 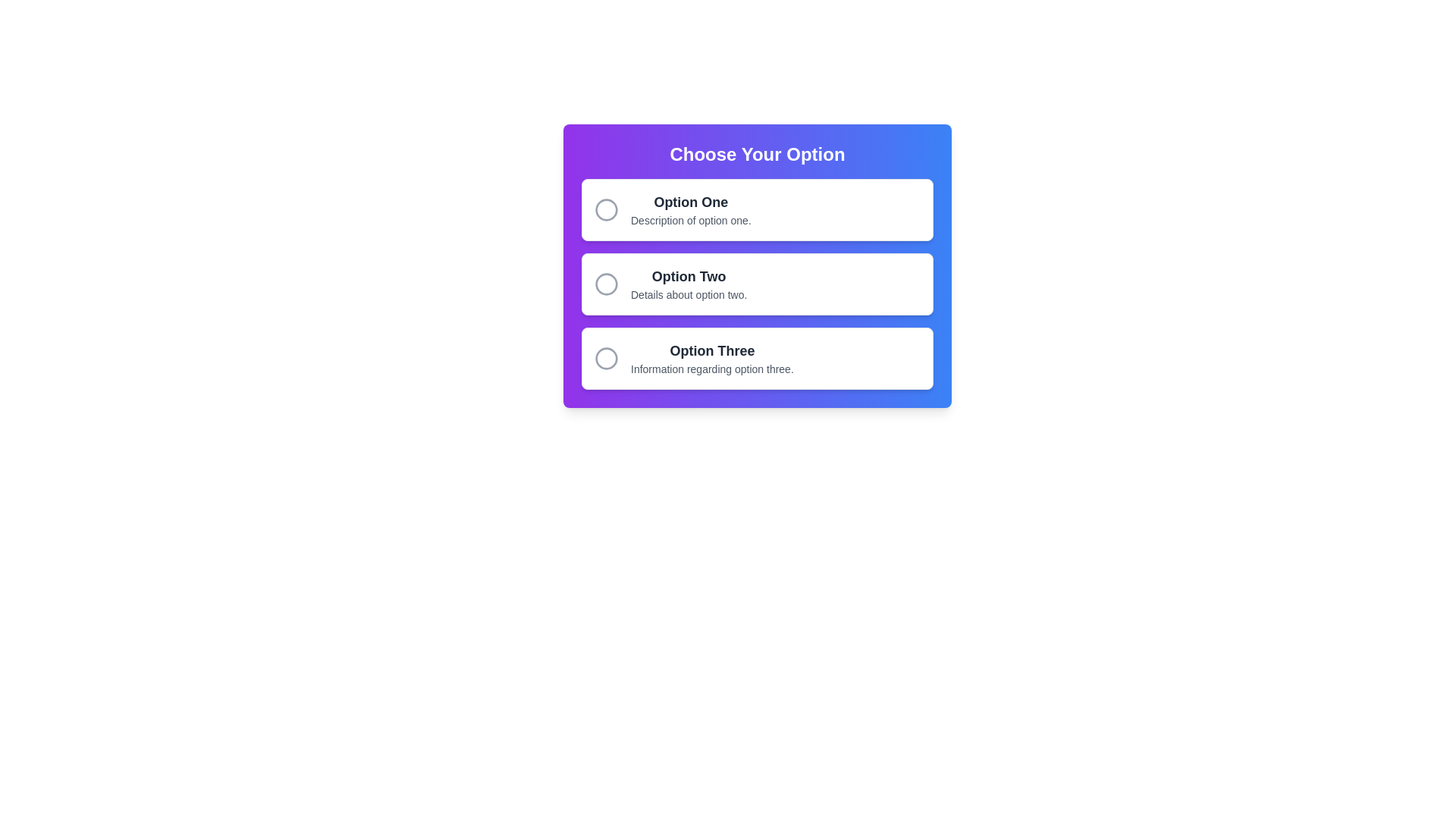 What do you see at coordinates (690, 210) in the screenshot?
I see `descriptive text beneath the bold heading 'Option One' within the first card of the vertically stacked group of cards under the header 'Choose Your Option.'` at bounding box center [690, 210].